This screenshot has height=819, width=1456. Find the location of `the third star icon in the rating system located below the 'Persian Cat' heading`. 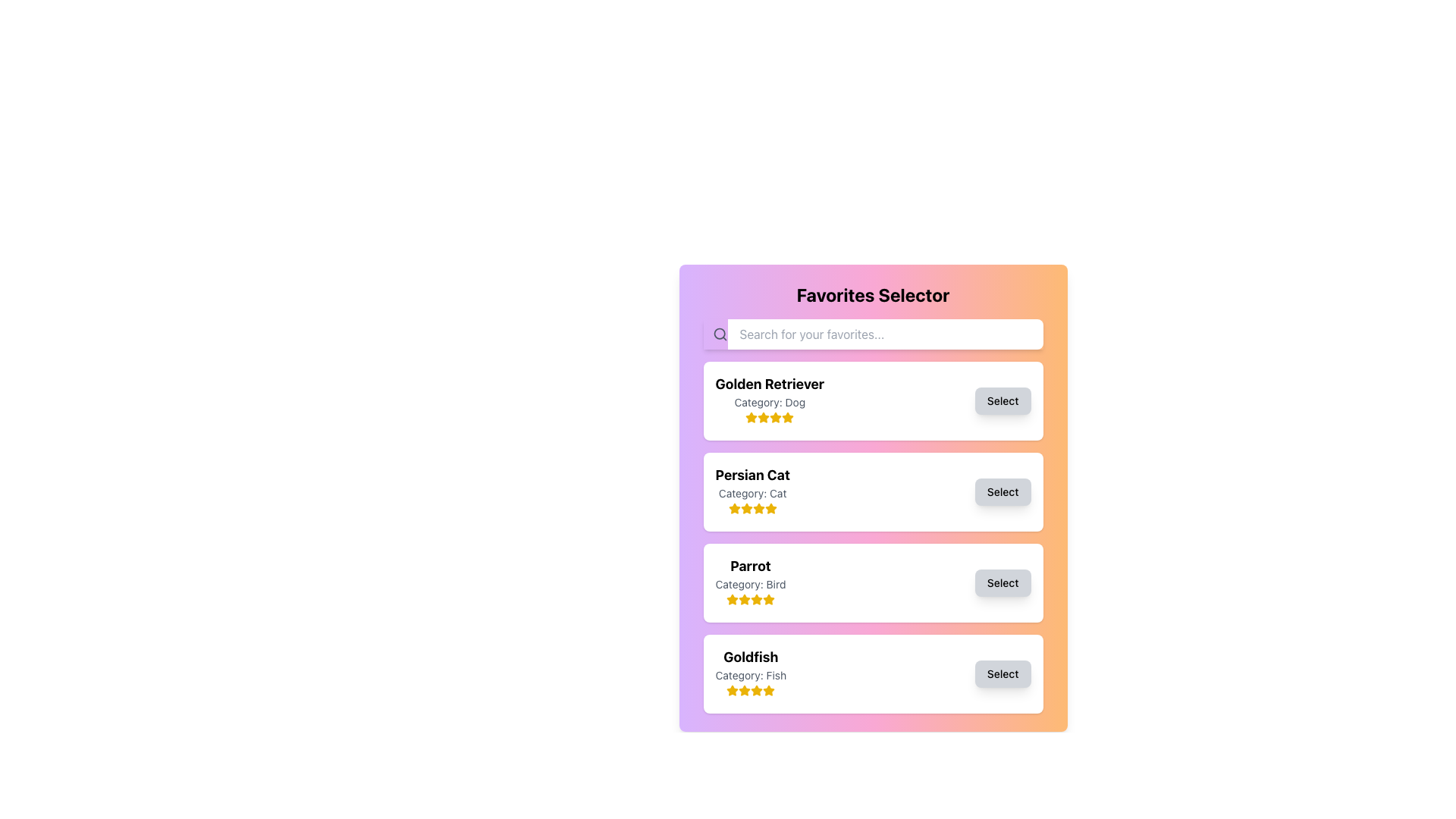

the third star icon in the rating system located below the 'Persian Cat' heading is located at coordinates (758, 508).